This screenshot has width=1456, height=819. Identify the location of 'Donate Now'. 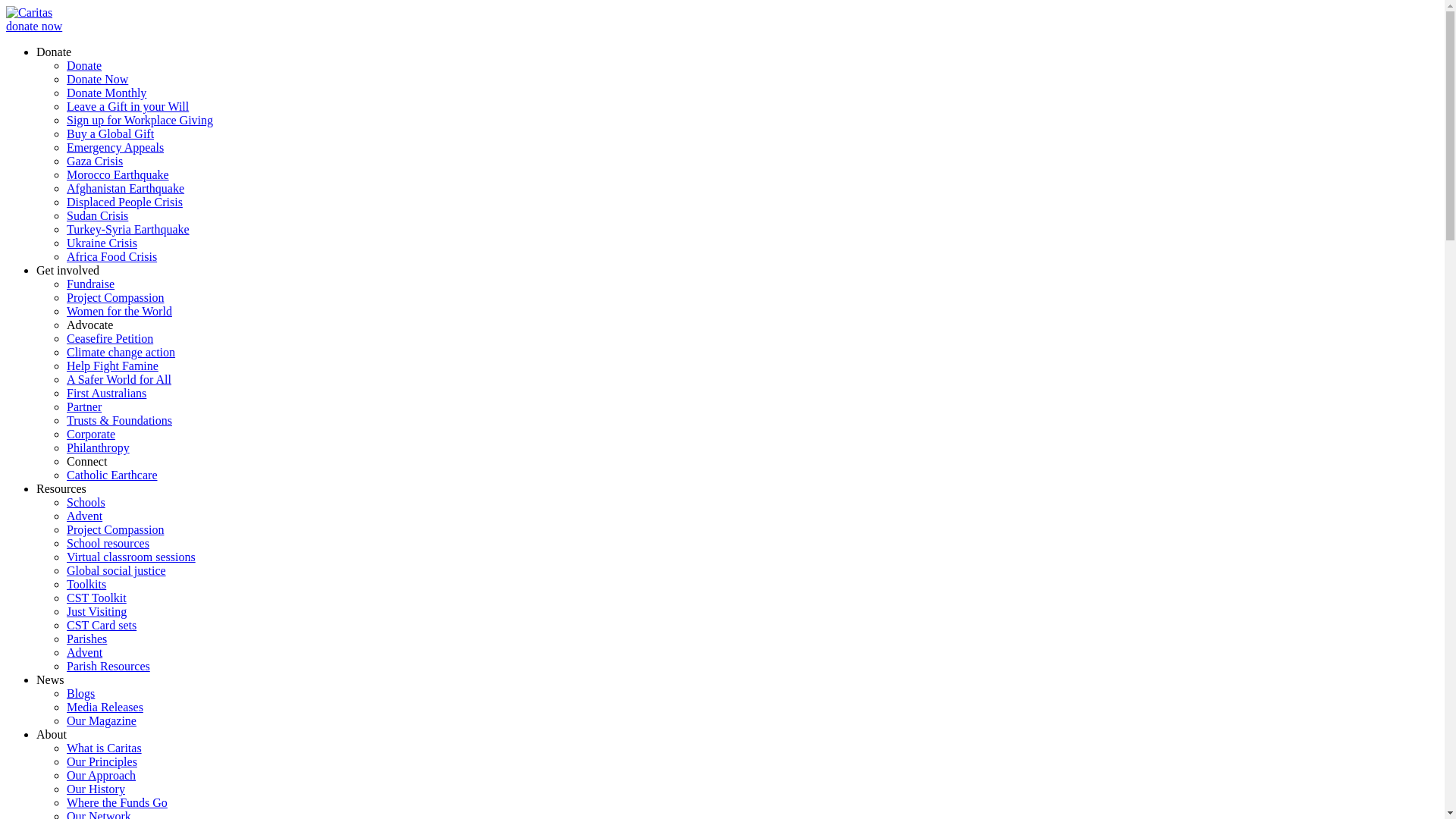
(65, 79).